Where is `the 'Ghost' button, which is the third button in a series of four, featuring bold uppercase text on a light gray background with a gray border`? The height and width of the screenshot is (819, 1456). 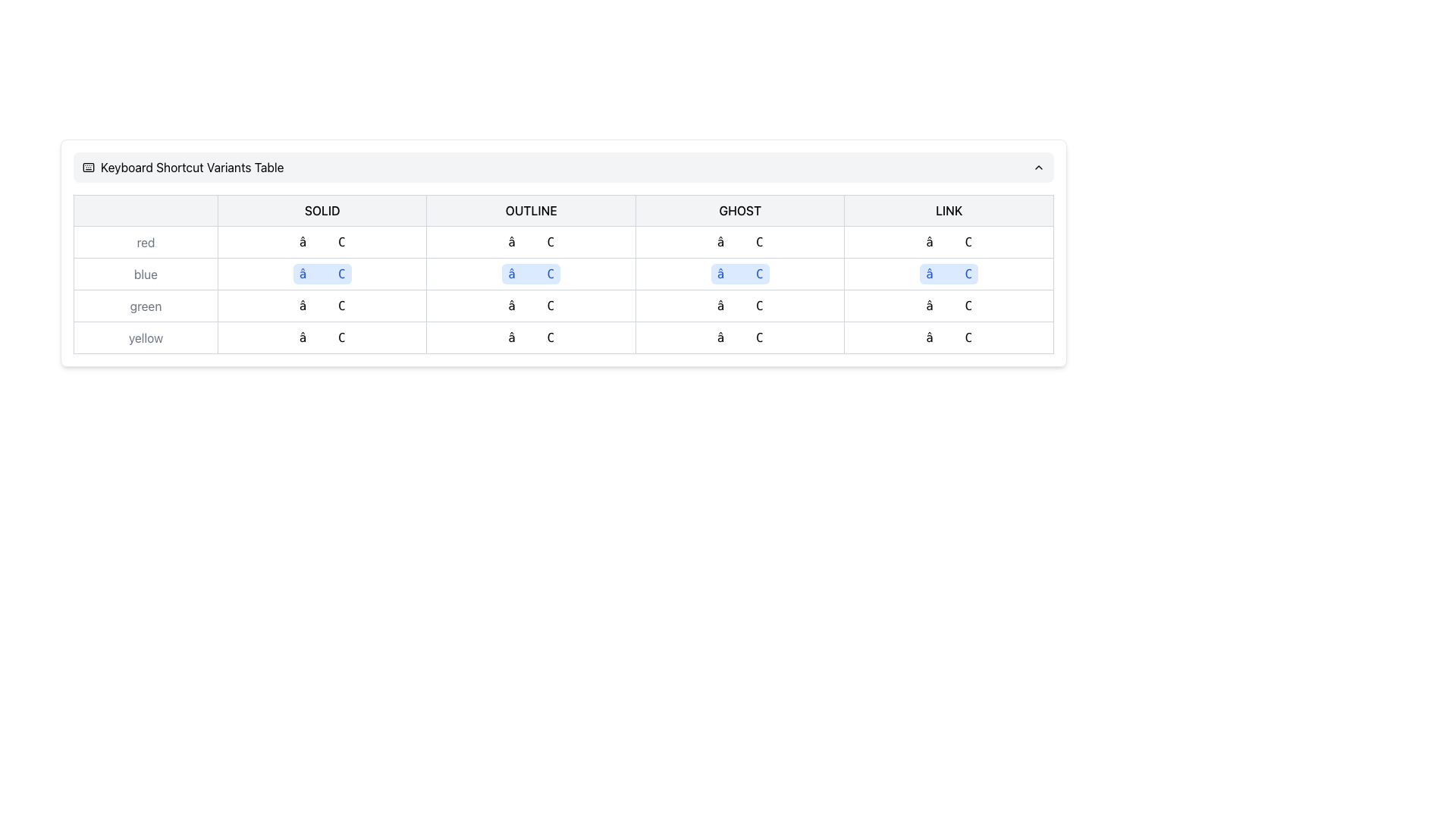
the 'Ghost' button, which is the third button in a series of four, featuring bold uppercase text on a light gray background with a gray border is located at coordinates (740, 210).